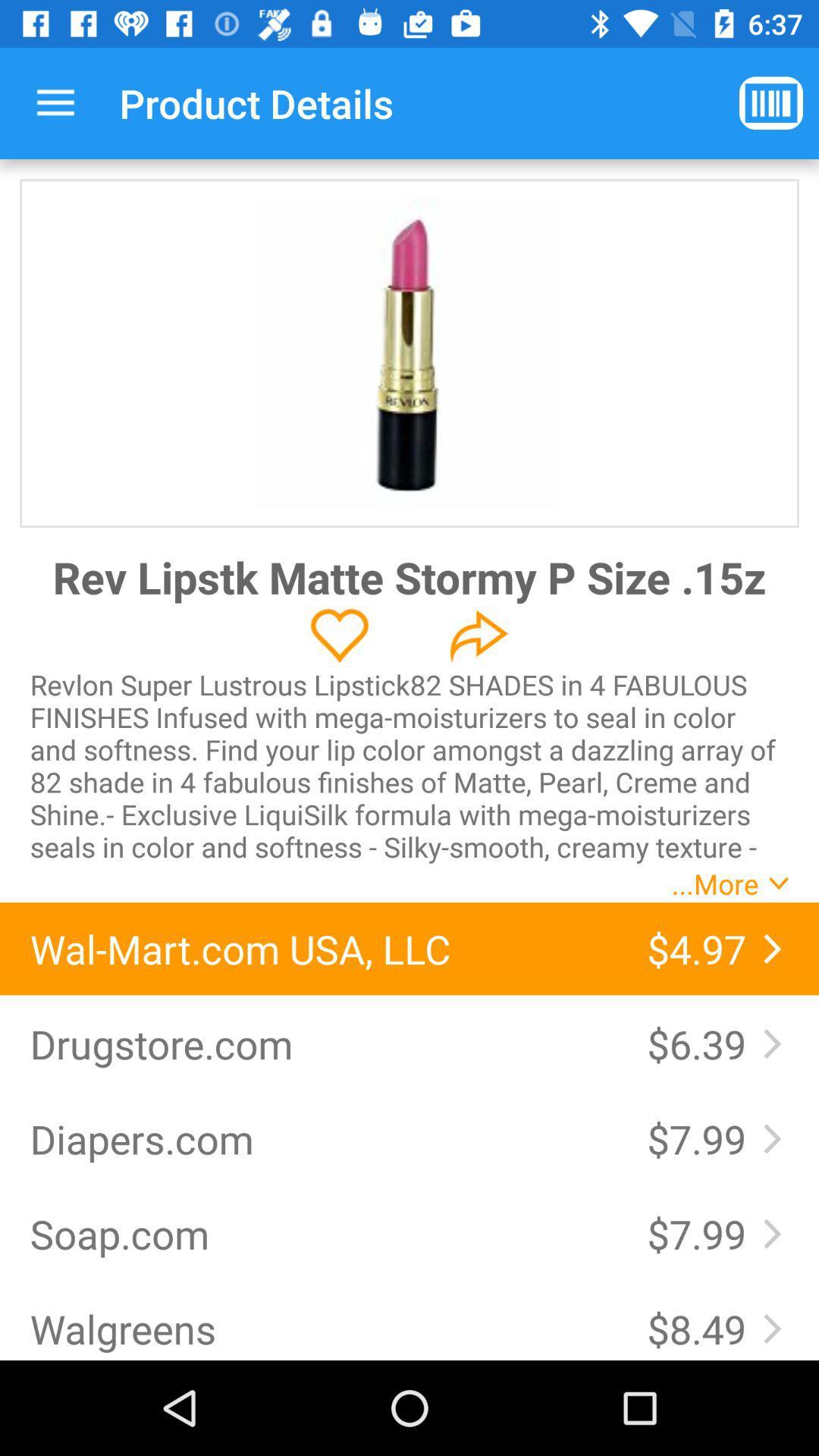 This screenshot has width=819, height=1456. I want to click on app next to product details, so click(55, 102).